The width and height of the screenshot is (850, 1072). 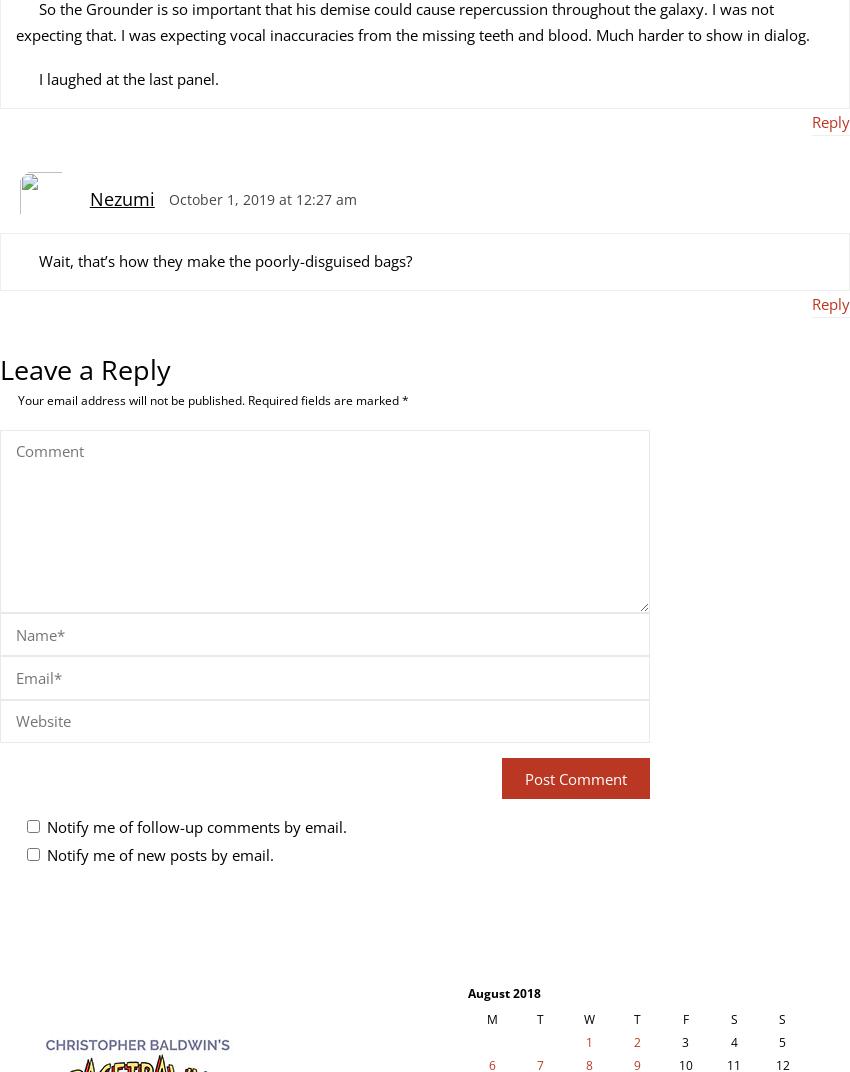 What do you see at coordinates (684, 1019) in the screenshot?
I see `'F'` at bounding box center [684, 1019].